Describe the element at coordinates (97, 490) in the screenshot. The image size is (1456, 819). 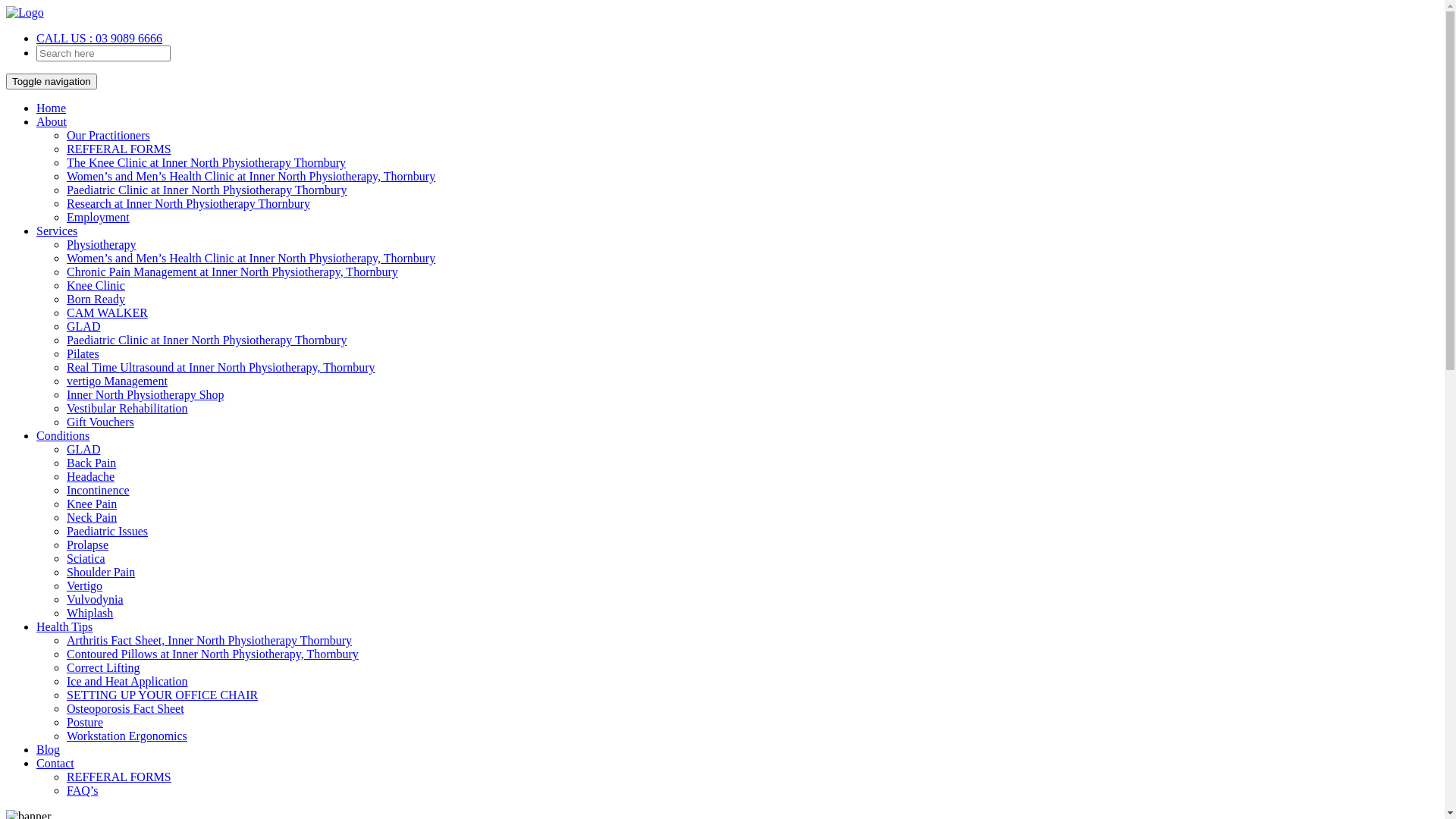
I see `'Incontinence'` at that location.